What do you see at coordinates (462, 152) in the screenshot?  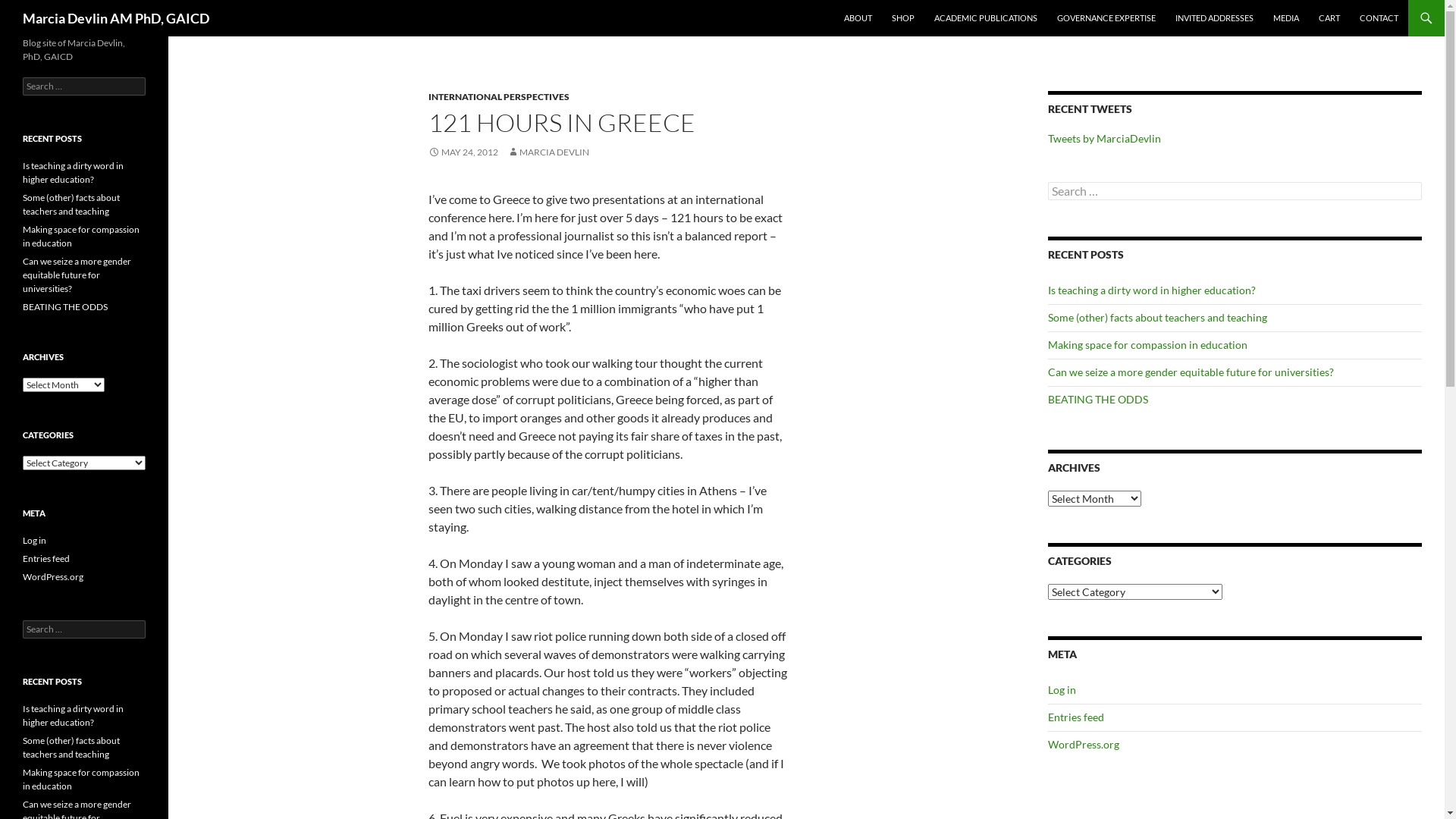 I see `'MAY 24, 2012'` at bounding box center [462, 152].